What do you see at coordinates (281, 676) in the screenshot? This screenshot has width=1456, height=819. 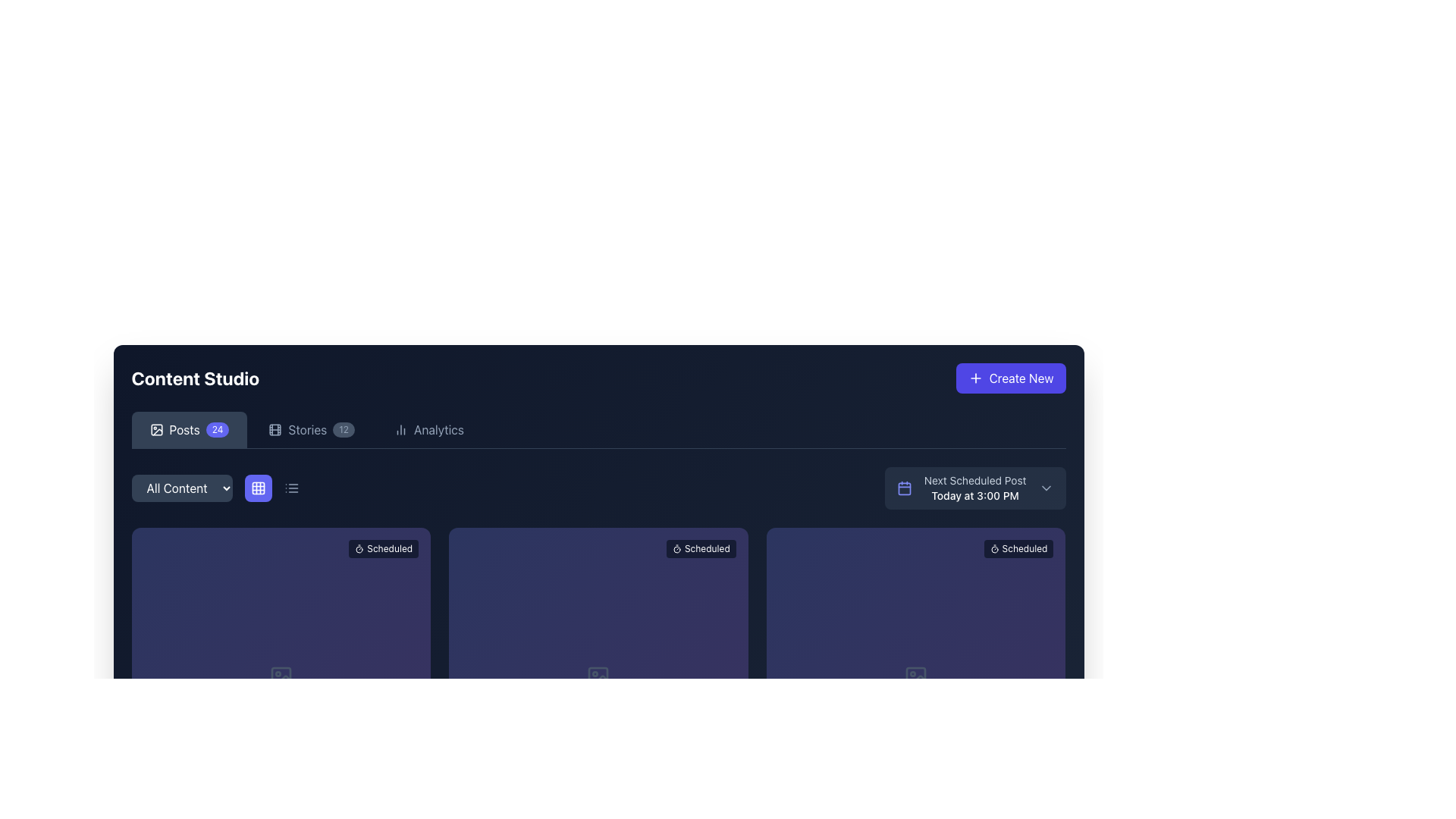 I see `the icon resembling an image with a rounded rectangle boundary and a small circular detail inside it, located at the bottom edge of a grid-like card in the second row of the dashboard` at bounding box center [281, 676].